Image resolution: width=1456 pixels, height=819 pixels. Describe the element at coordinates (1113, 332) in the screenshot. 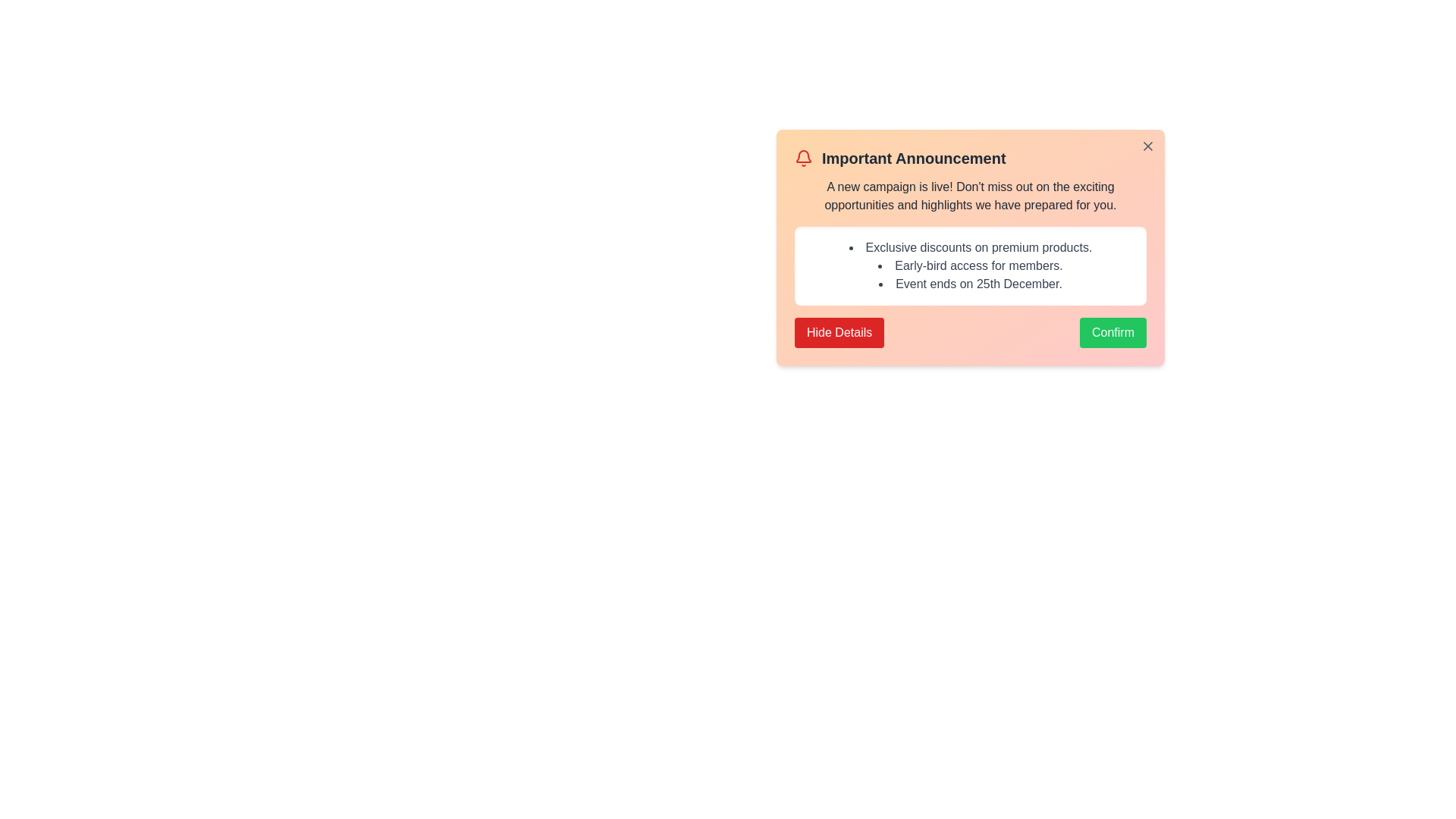

I see `the 'Confirm' button to acknowledge the campaign` at that location.